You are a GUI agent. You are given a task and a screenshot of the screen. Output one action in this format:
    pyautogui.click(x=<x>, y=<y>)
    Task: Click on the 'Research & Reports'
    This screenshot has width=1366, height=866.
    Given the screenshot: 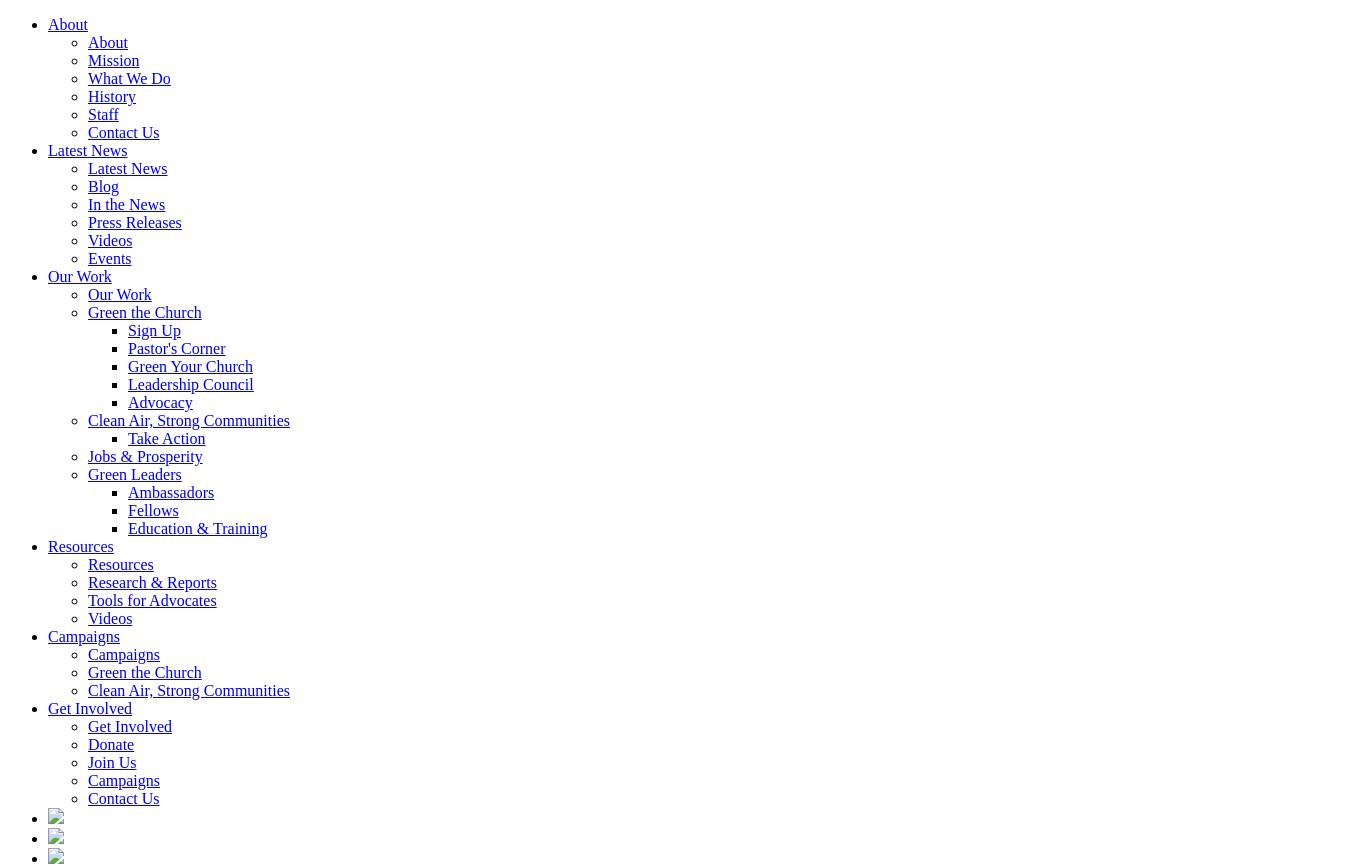 What is the action you would take?
    pyautogui.click(x=87, y=582)
    